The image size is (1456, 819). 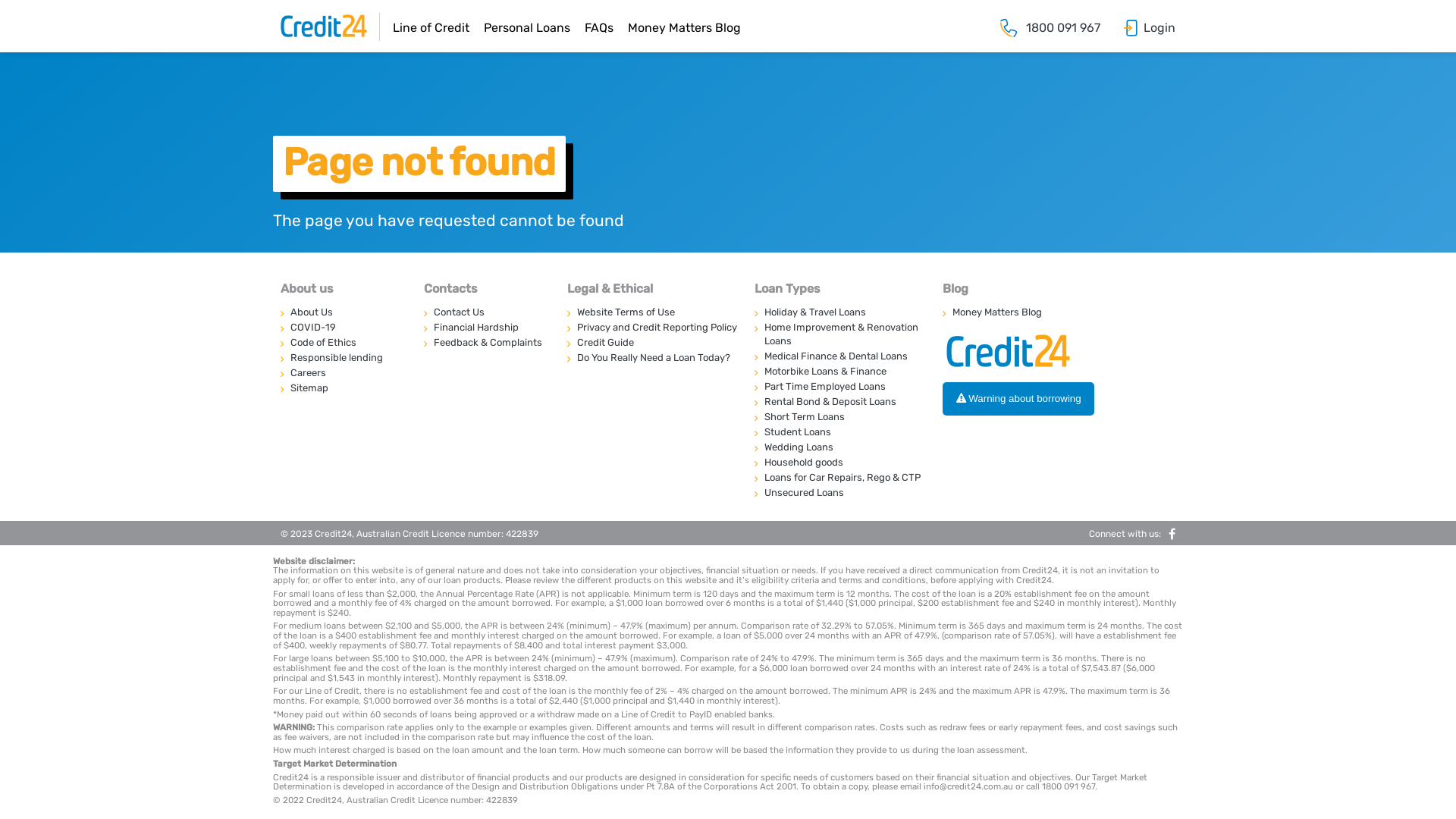 I want to click on 'Wedding Loans', so click(x=754, y=447).